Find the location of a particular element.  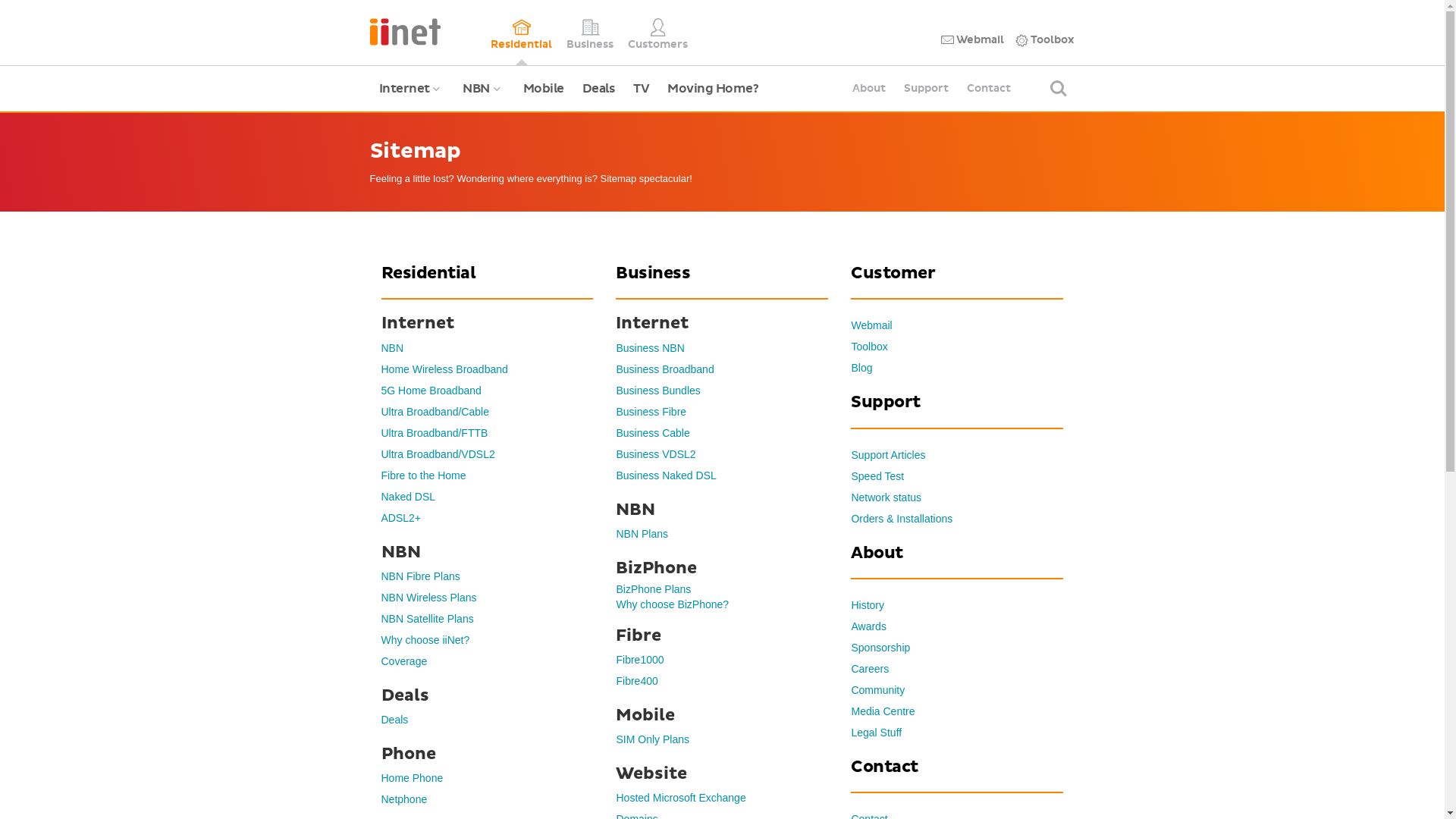

'Business Naked DSL' is located at coordinates (666, 475).